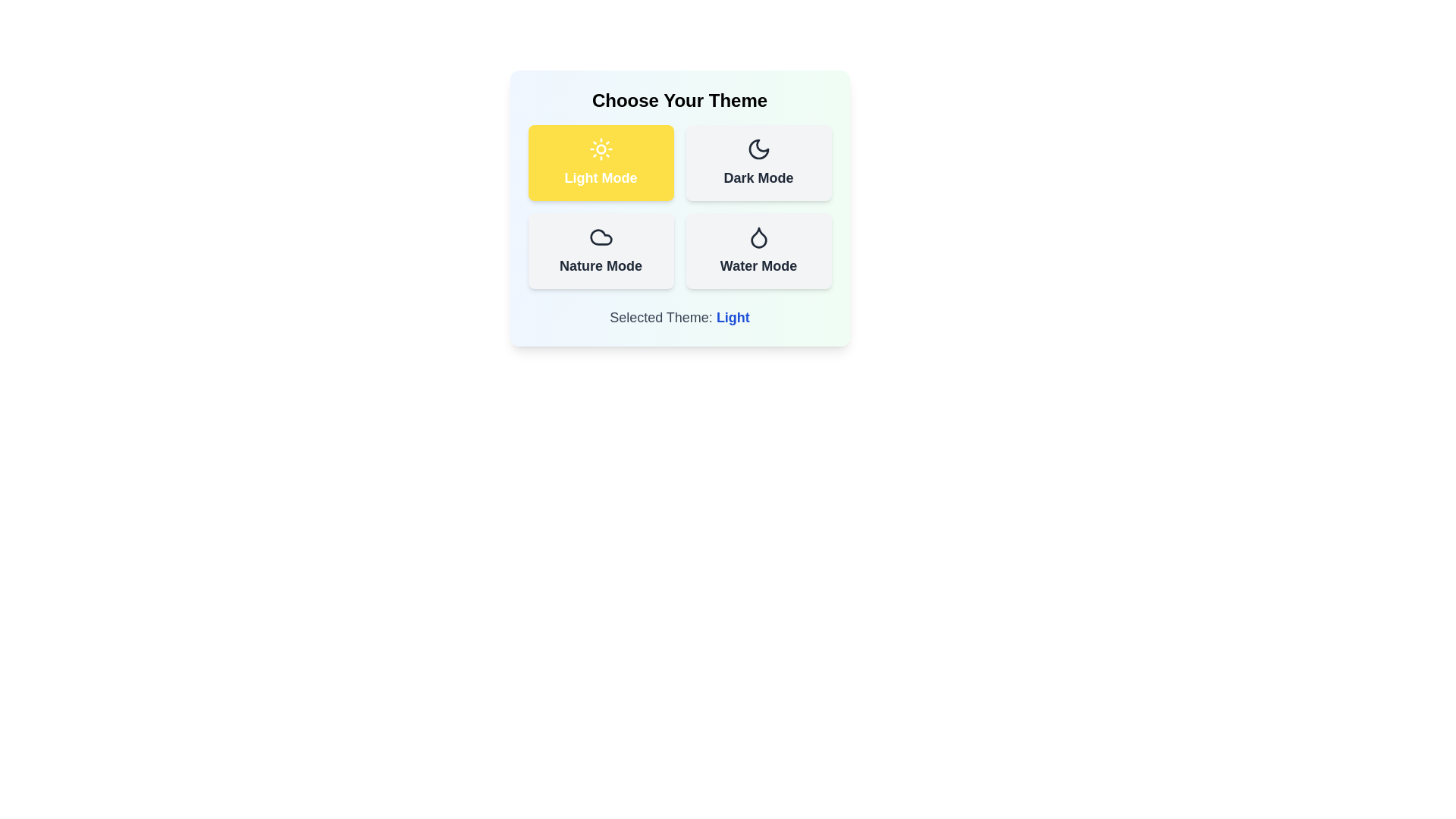 The height and width of the screenshot is (819, 1456). I want to click on the theme by clicking on the corresponding button. The parameter Nature Mode specifies the theme to select, so click(600, 250).